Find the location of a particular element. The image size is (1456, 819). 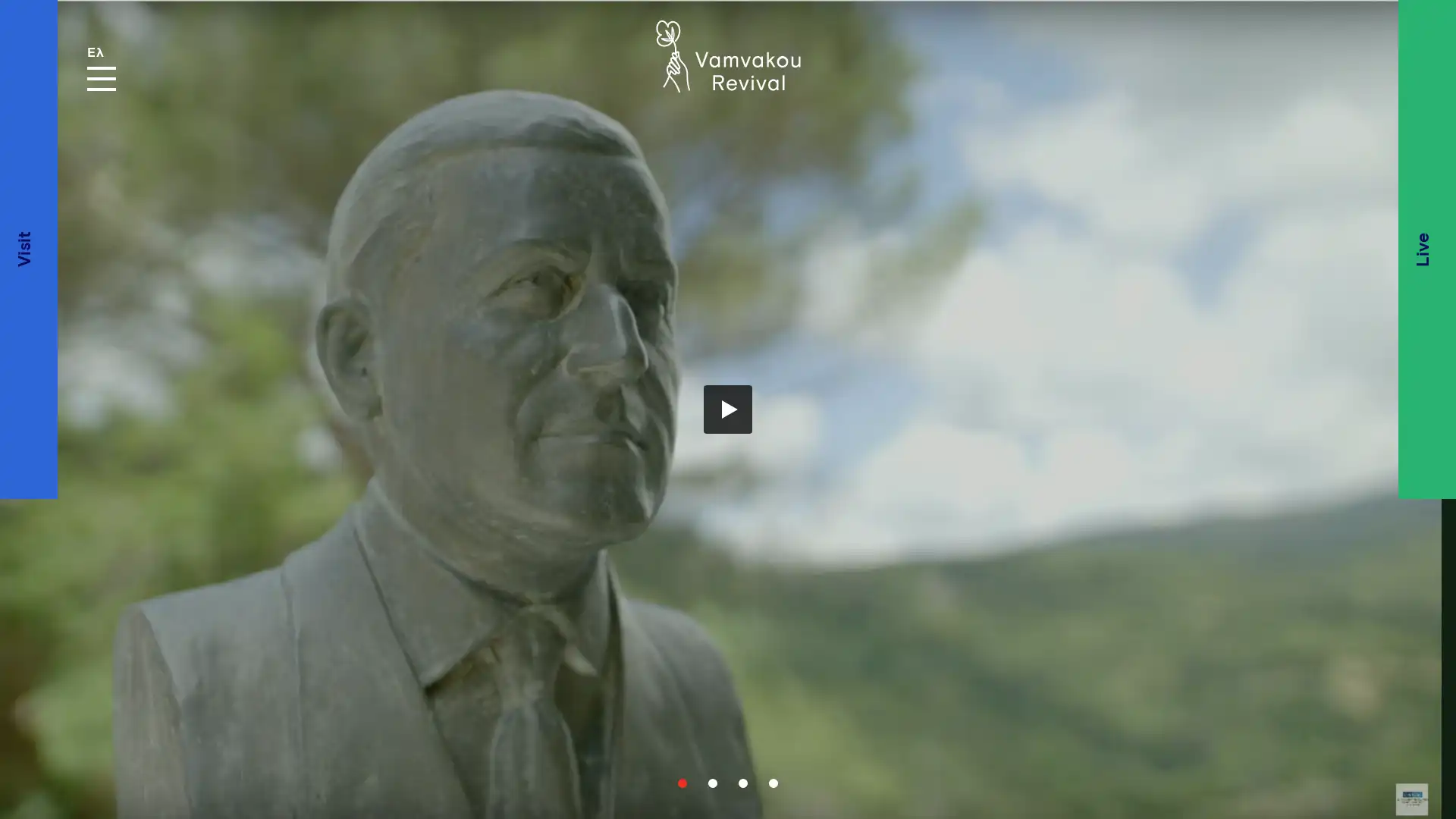

MENU is located at coordinates (101, 79).